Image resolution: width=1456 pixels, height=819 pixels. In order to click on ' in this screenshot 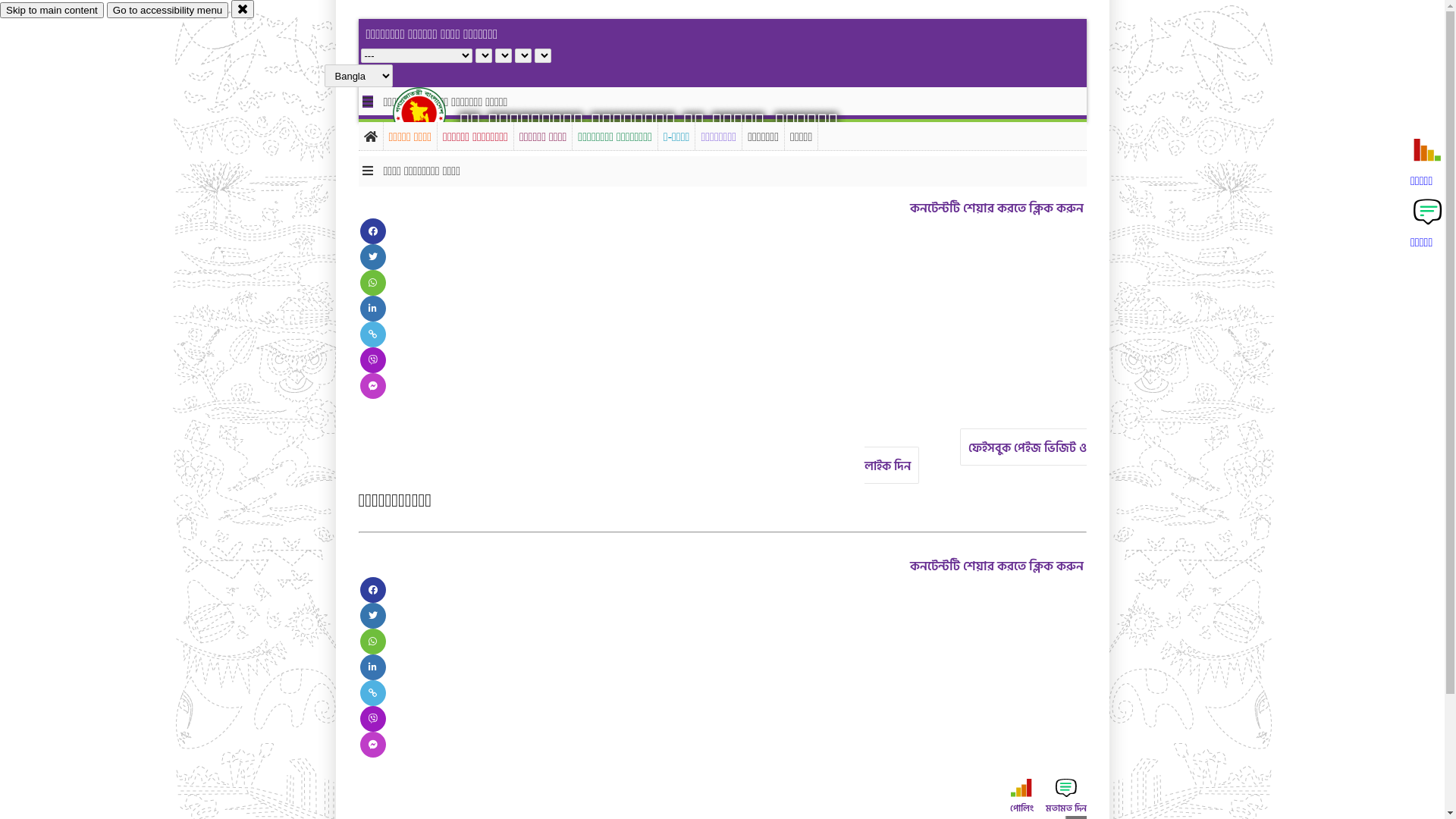, I will do `click(431, 112)`.